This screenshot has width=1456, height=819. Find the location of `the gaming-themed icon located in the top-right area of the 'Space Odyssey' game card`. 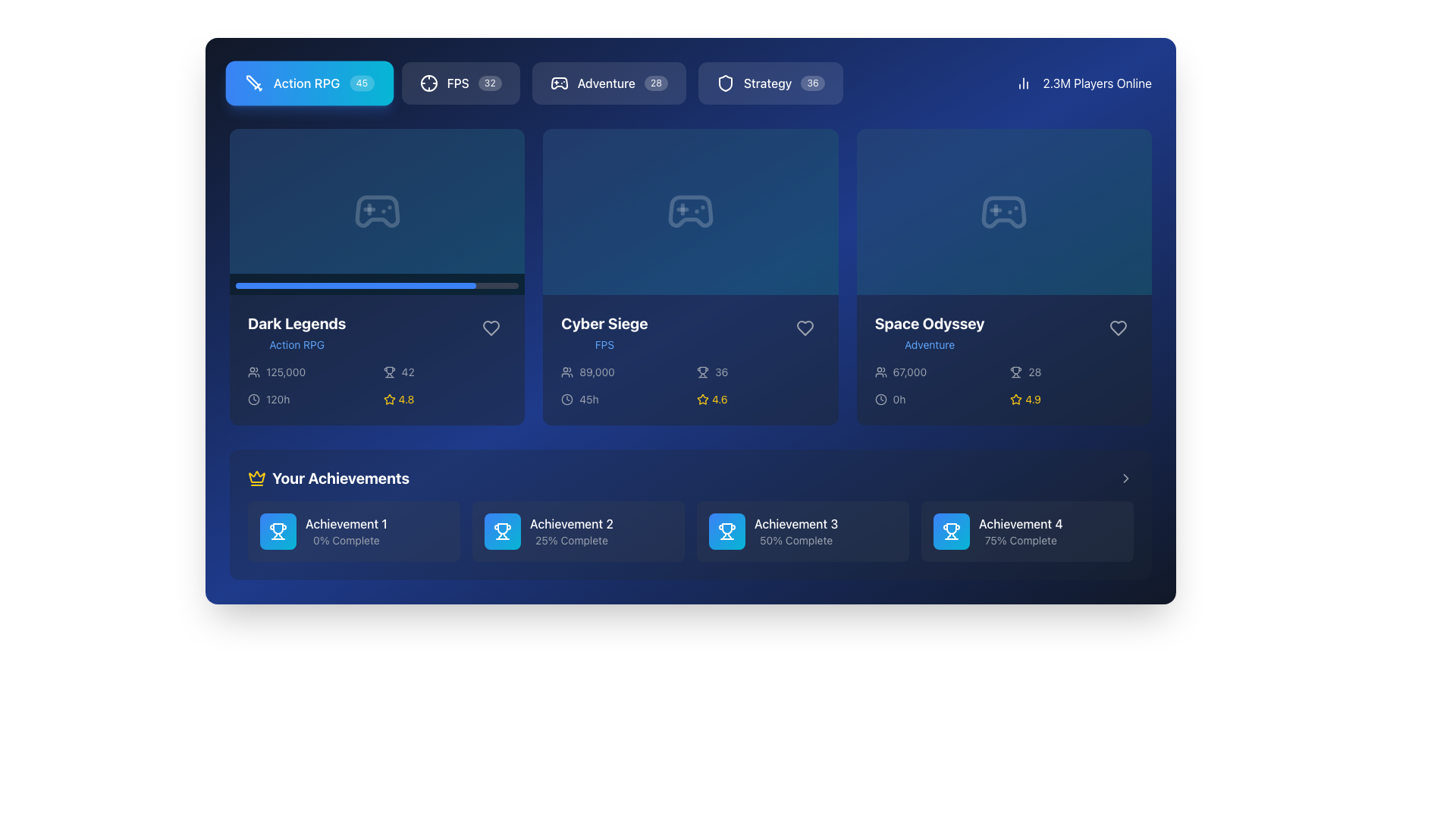

the gaming-themed icon located in the top-right area of the 'Space Odyssey' game card is located at coordinates (1004, 212).